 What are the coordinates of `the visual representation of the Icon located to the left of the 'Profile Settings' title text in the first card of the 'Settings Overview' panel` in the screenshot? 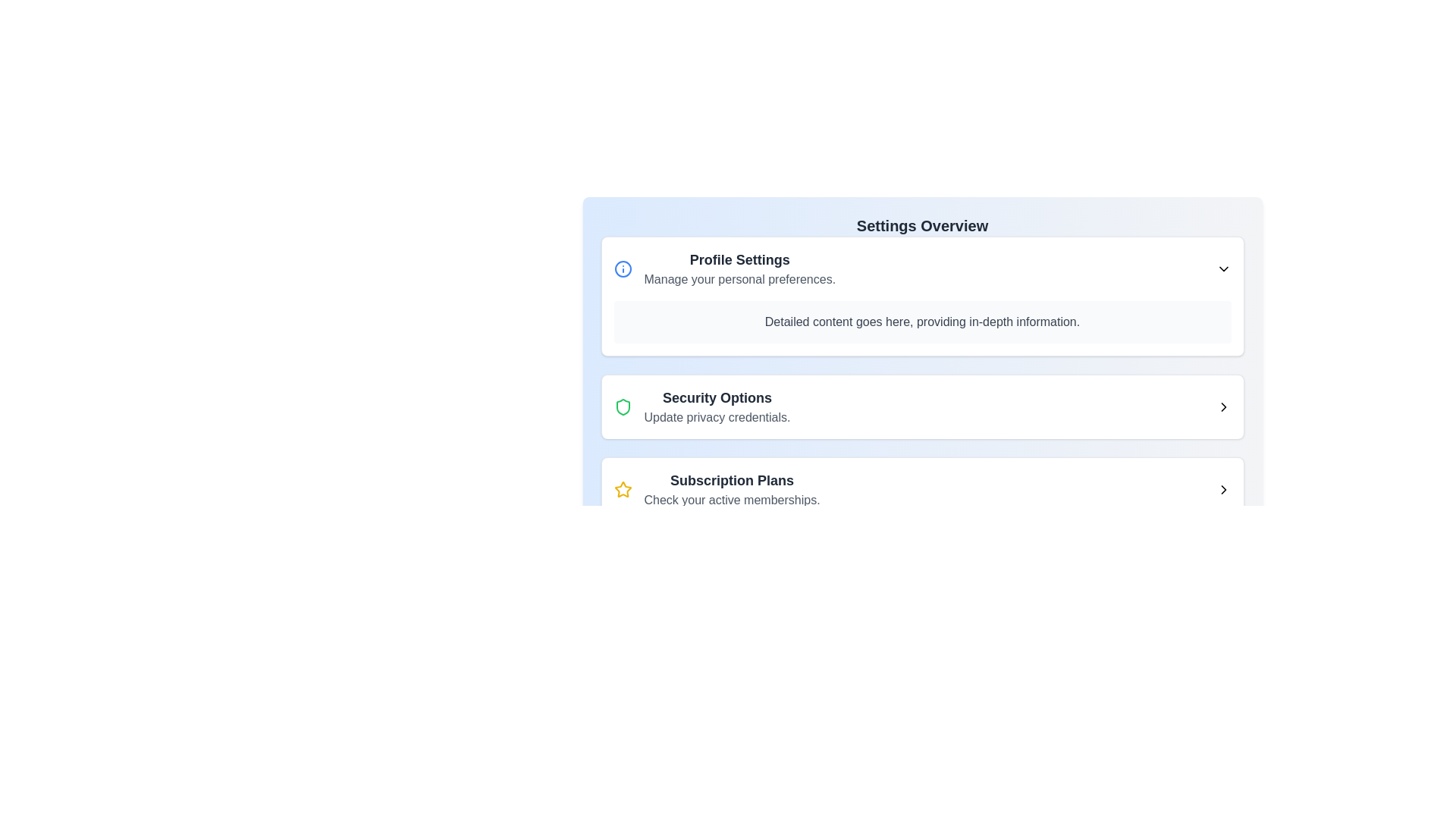 It's located at (623, 268).